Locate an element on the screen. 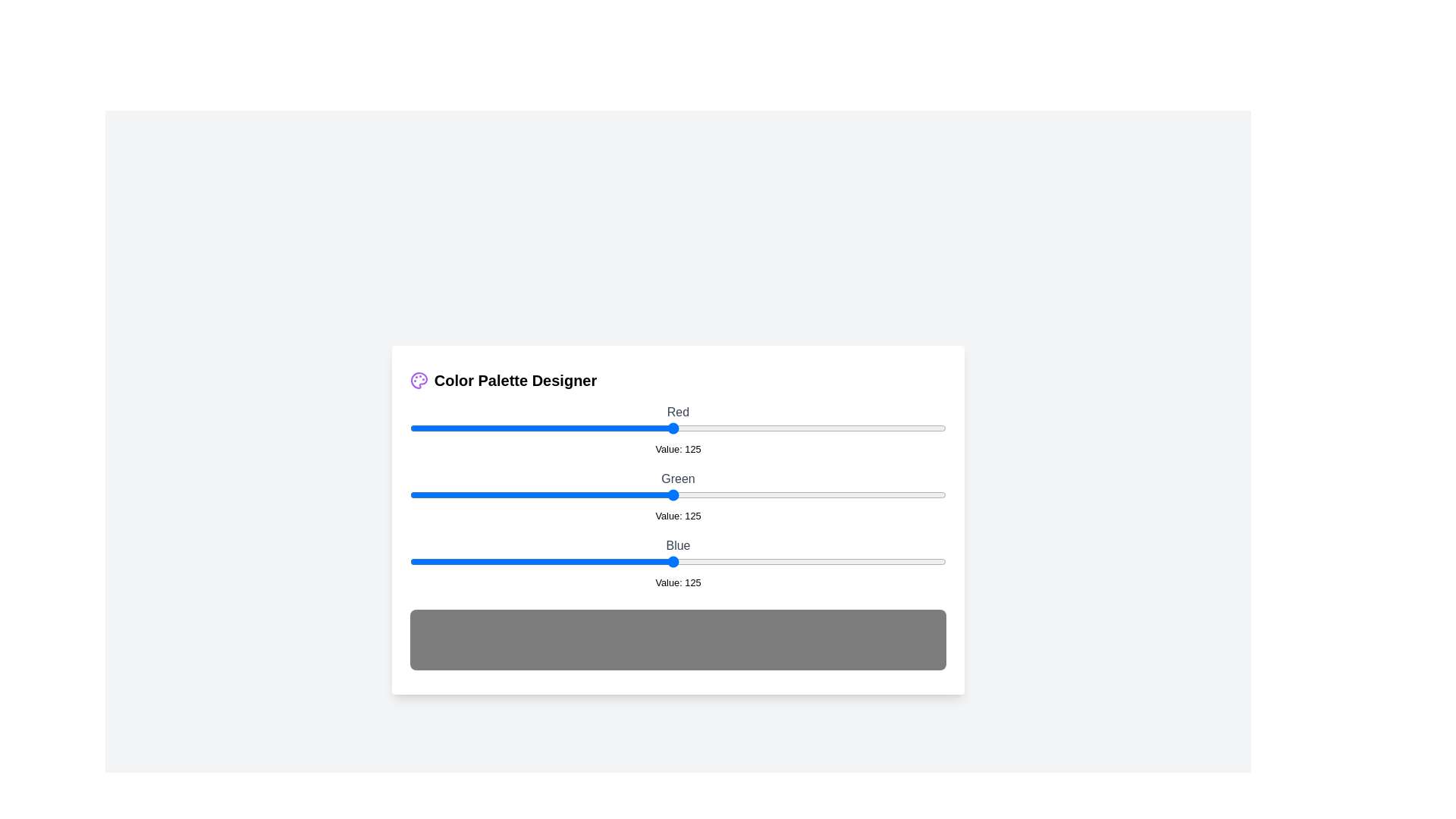 Image resolution: width=1456 pixels, height=819 pixels. the 1 slider to 28 is located at coordinates (468, 494).